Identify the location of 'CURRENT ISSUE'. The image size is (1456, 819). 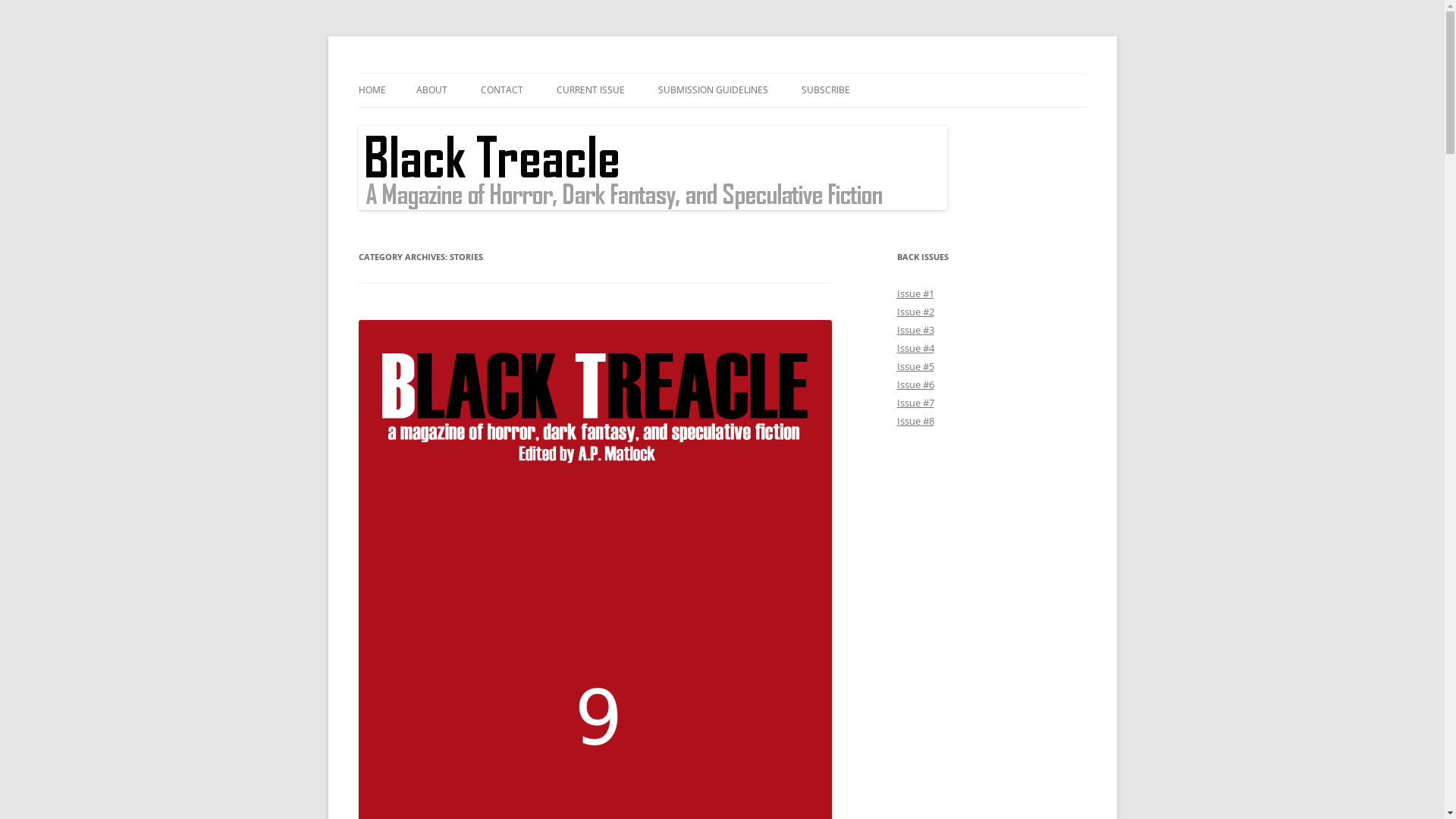
(589, 90).